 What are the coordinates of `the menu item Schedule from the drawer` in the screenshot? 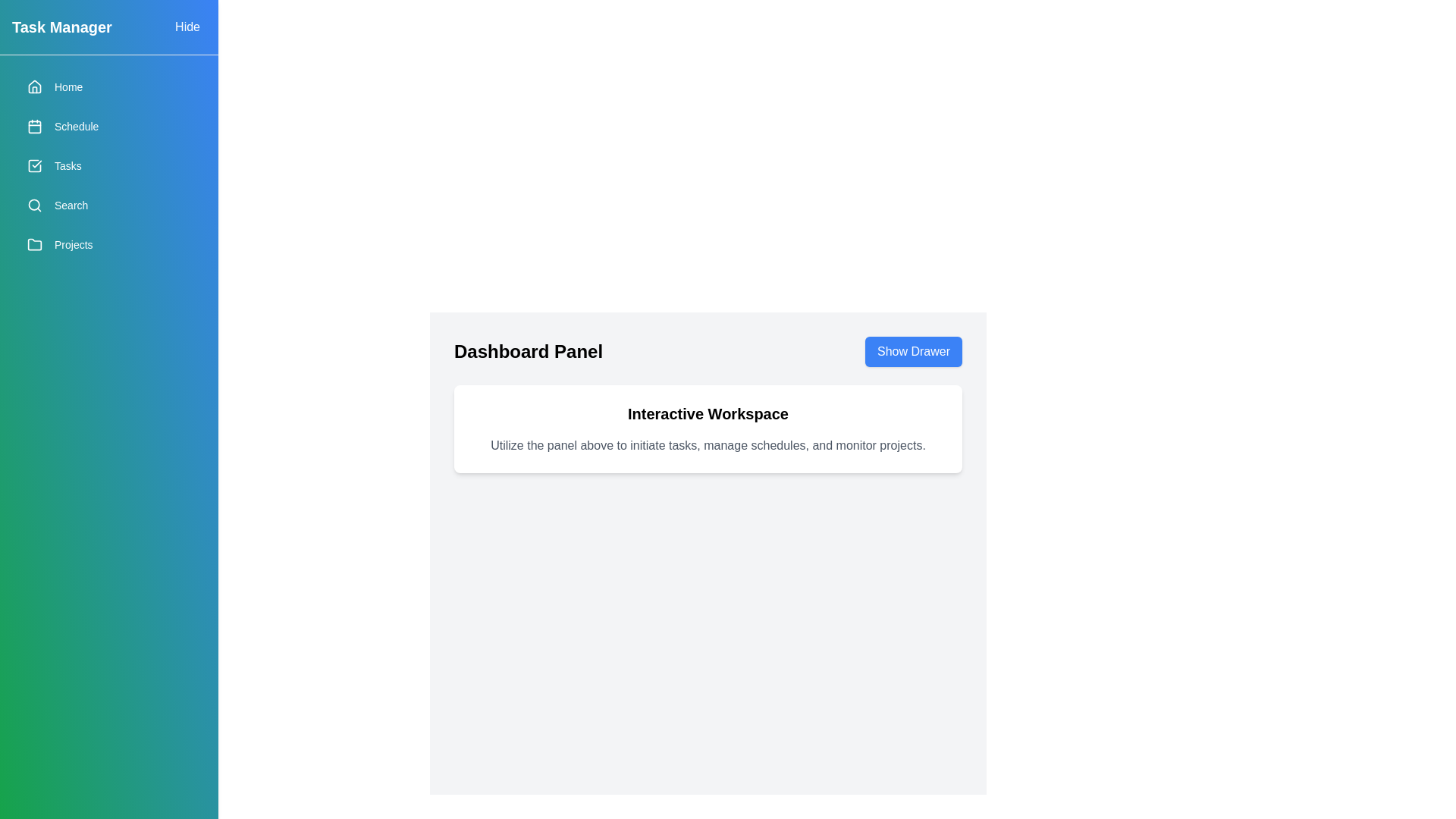 It's located at (108, 125).